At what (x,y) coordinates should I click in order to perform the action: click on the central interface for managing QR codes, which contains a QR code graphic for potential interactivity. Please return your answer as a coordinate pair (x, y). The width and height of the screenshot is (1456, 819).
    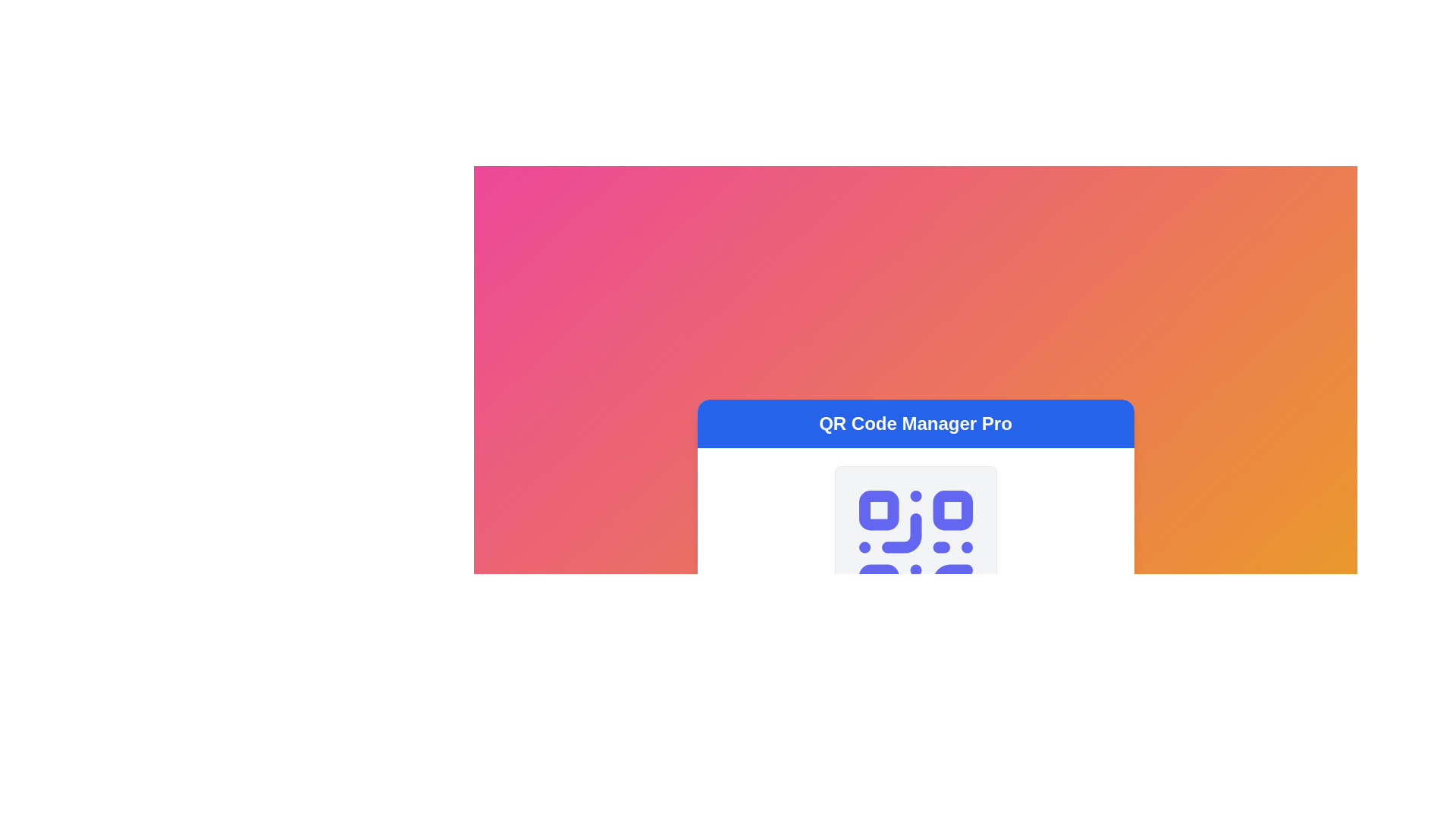
    Looking at the image, I should click on (915, 576).